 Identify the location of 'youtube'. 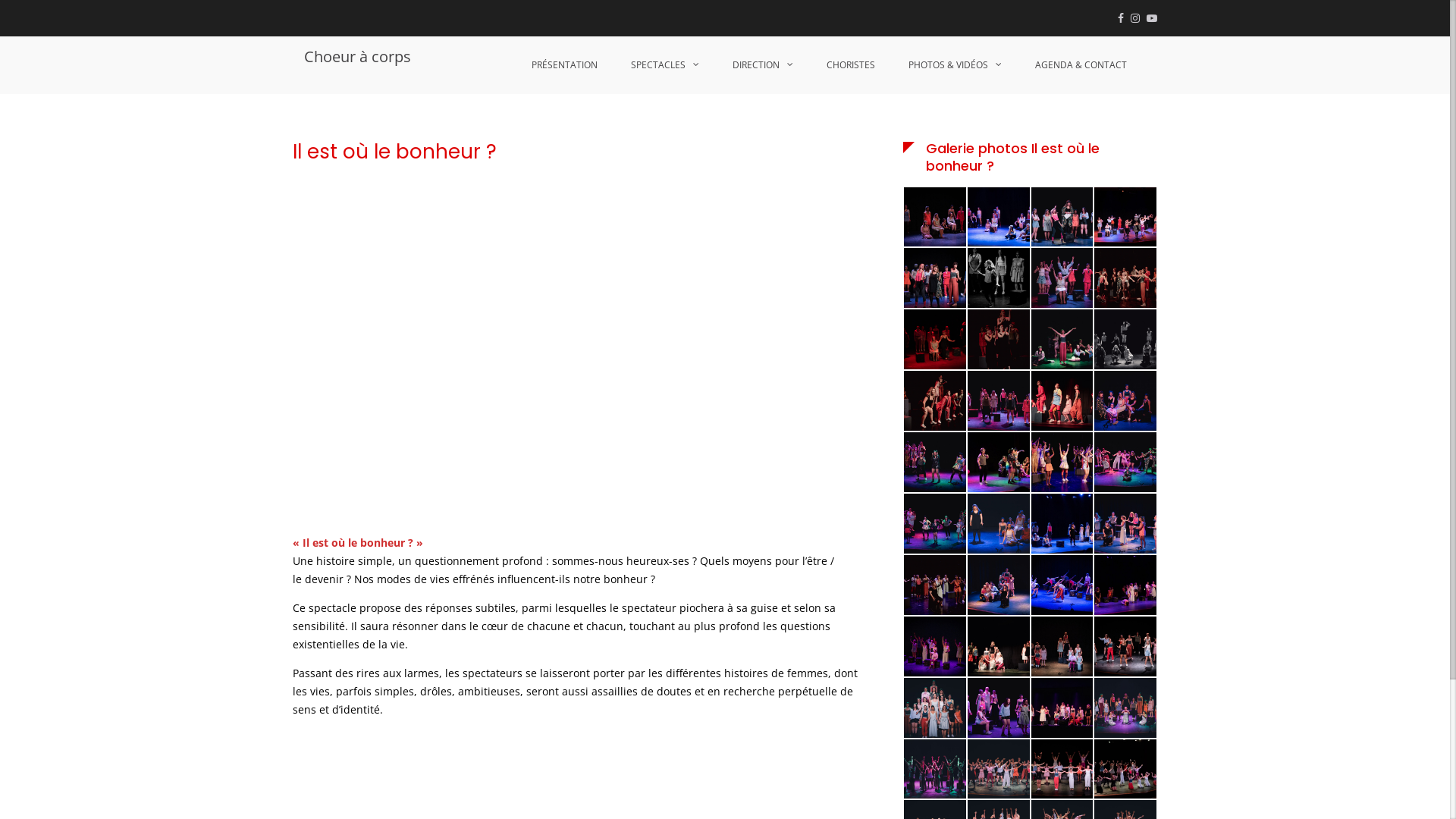
(1151, 17).